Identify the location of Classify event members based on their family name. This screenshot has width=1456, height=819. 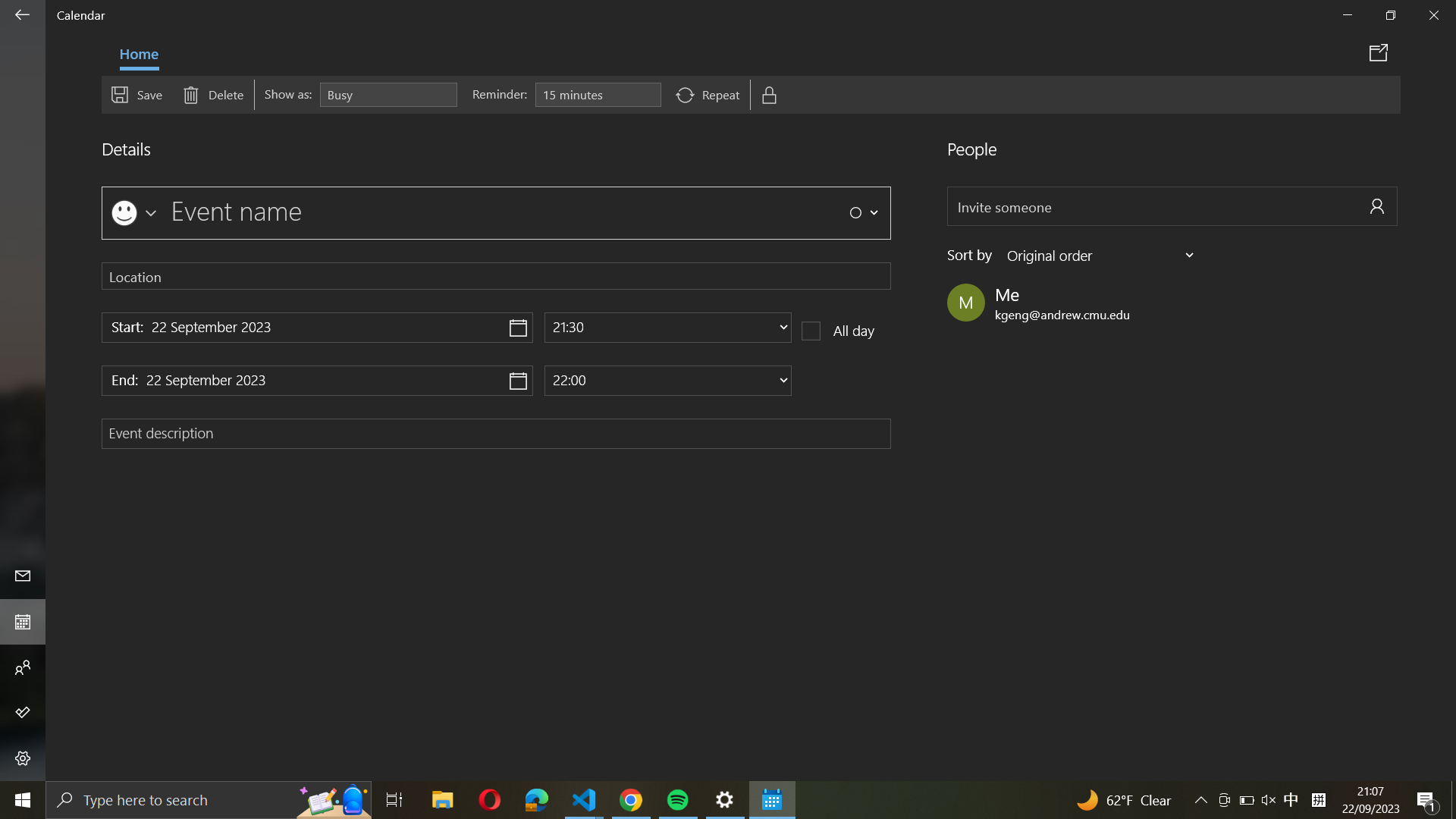
(1102, 254).